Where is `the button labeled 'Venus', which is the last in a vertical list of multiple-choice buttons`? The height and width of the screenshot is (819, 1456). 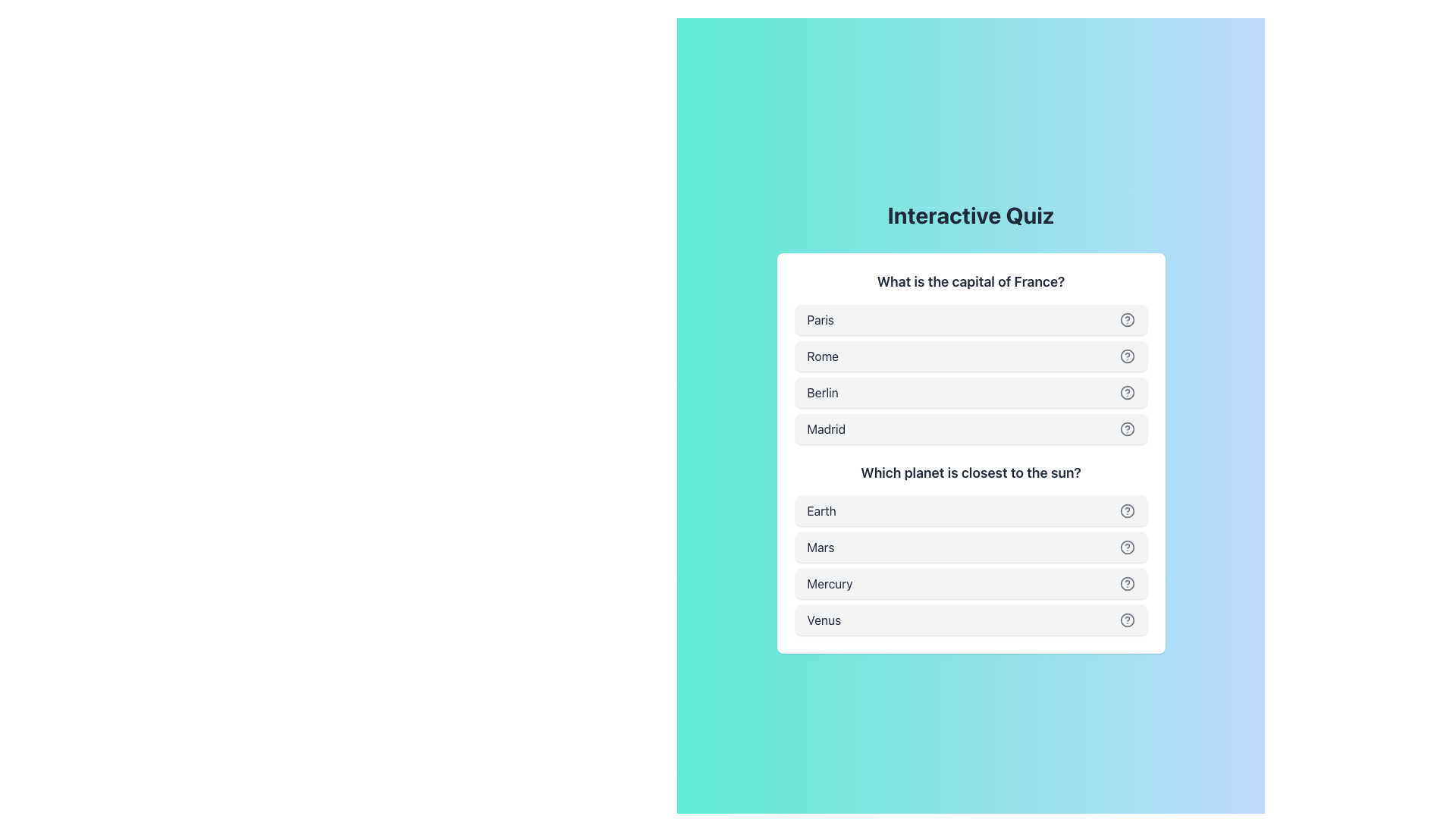 the button labeled 'Venus', which is the last in a vertical list of multiple-choice buttons is located at coordinates (971, 620).